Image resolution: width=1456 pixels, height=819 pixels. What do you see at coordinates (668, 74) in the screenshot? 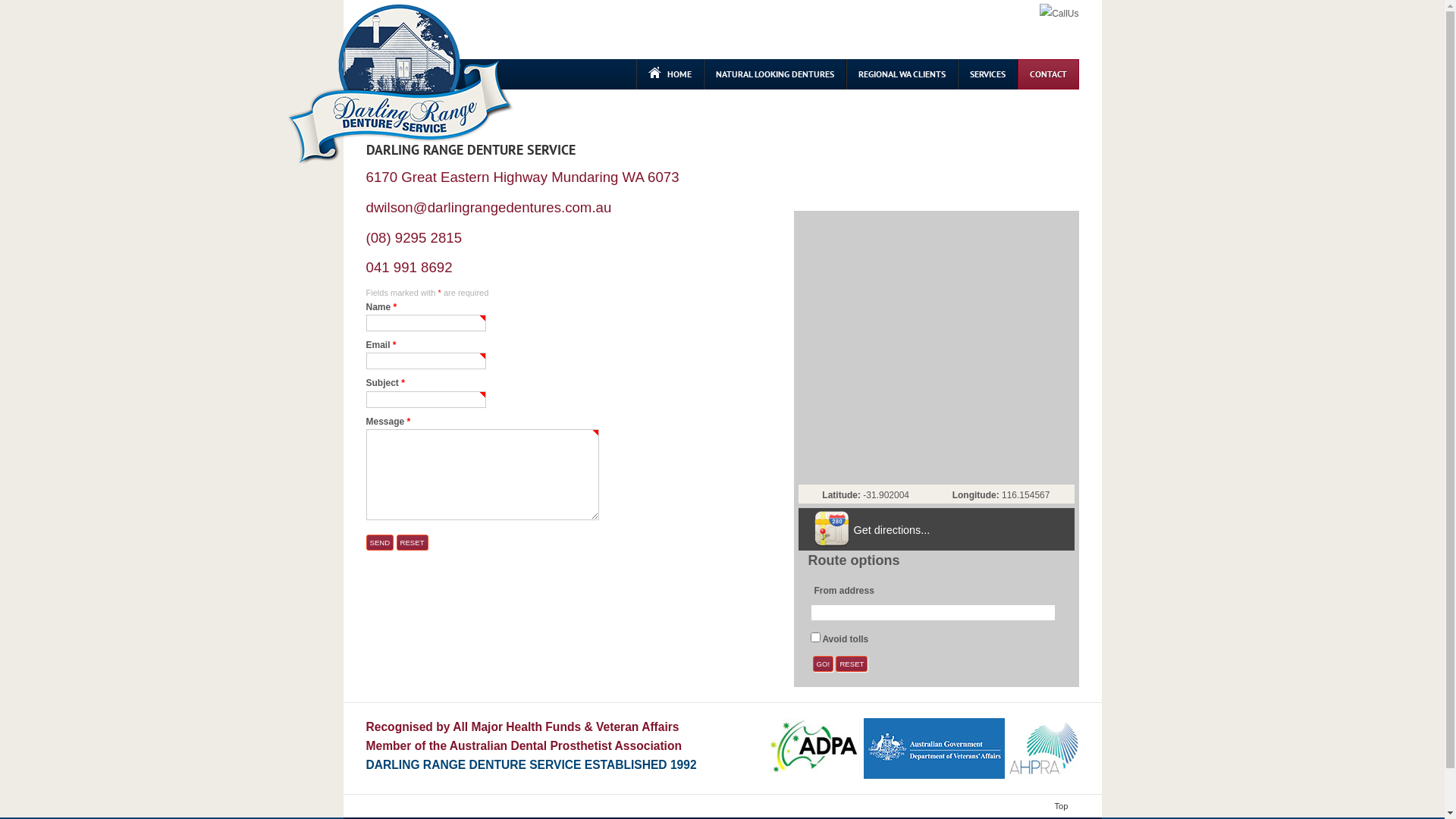
I see `'HOME'` at bounding box center [668, 74].